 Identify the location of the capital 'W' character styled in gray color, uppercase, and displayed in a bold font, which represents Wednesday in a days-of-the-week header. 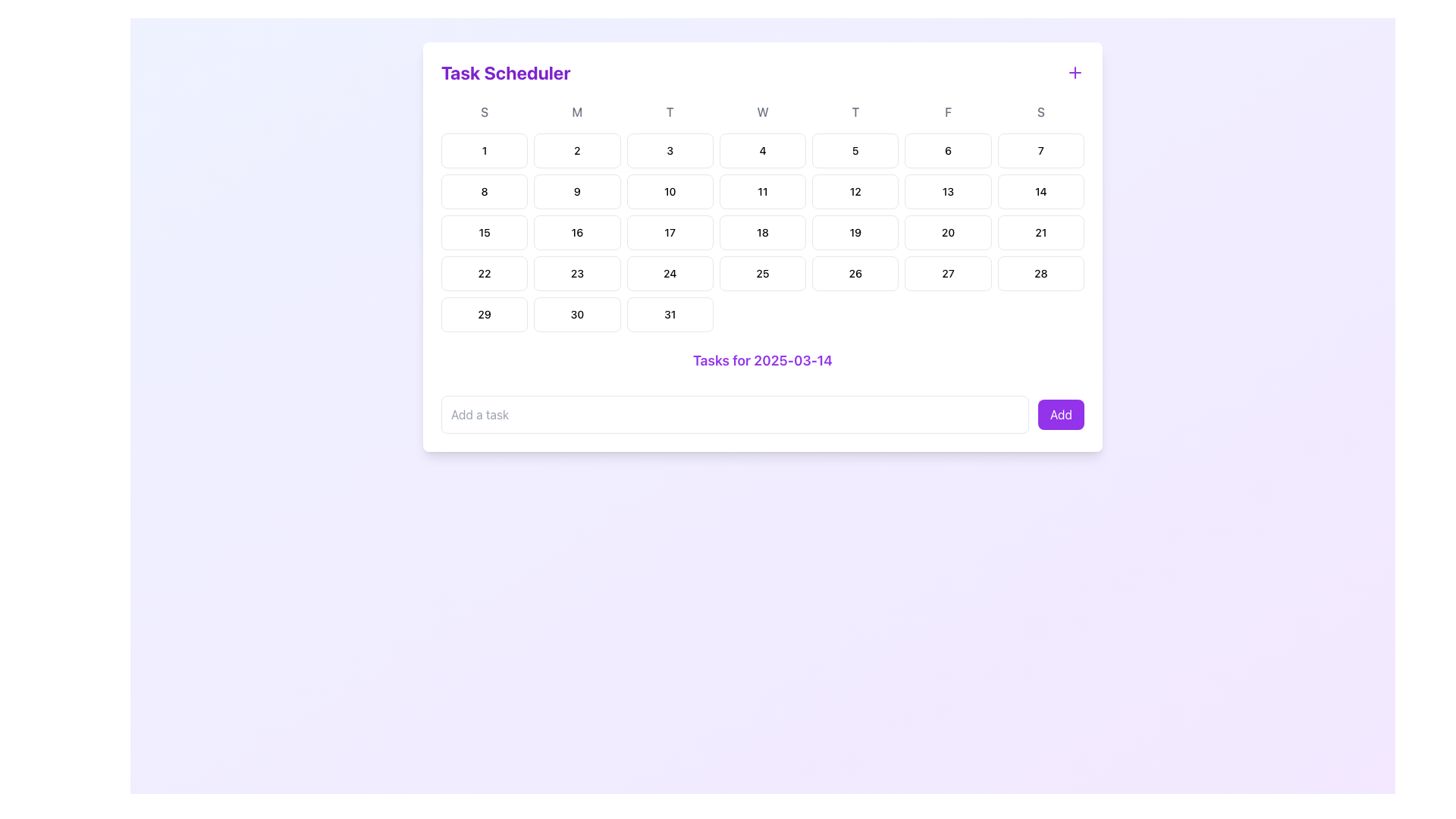
(763, 111).